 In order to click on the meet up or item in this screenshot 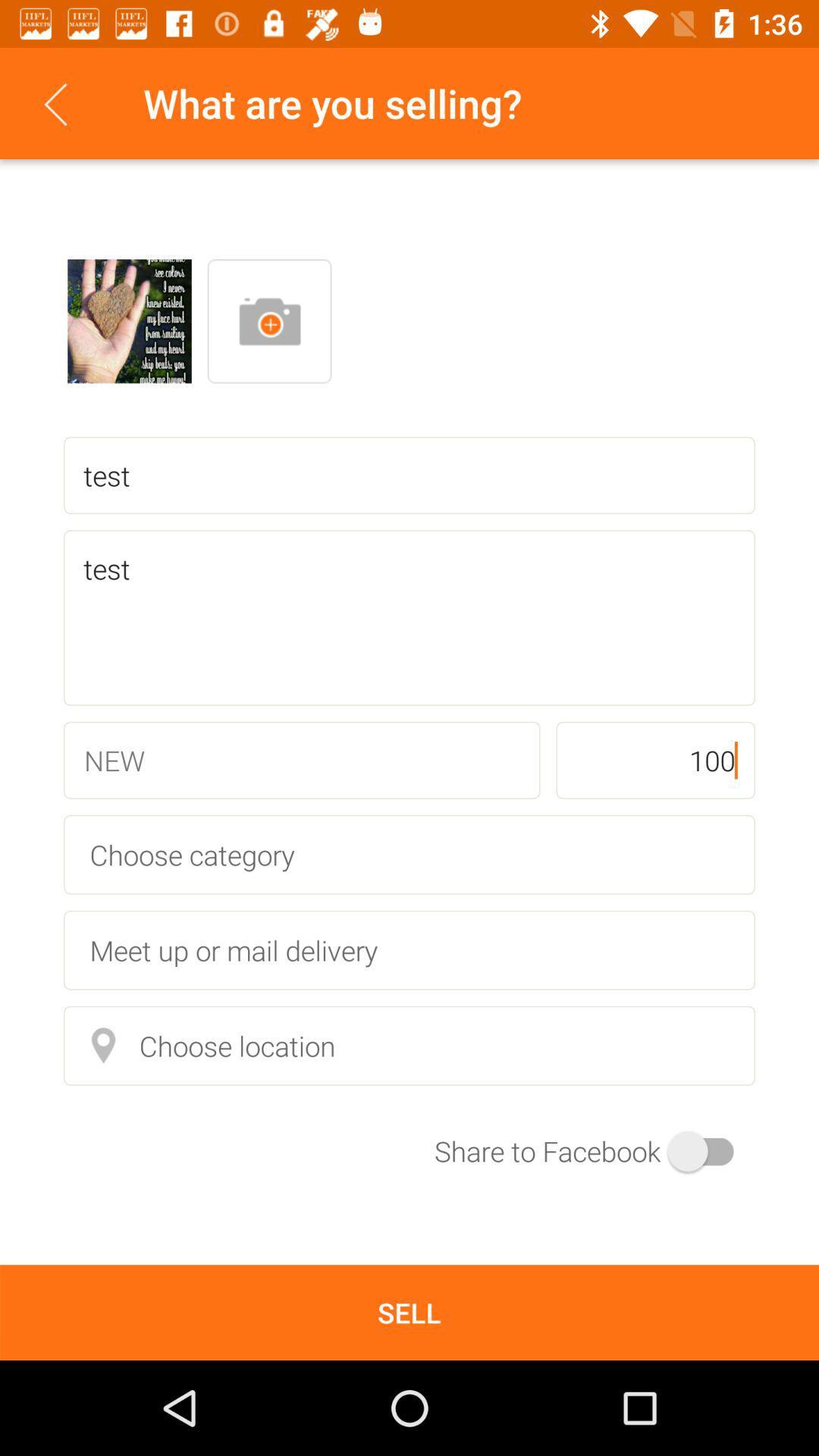, I will do `click(409, 949)`.